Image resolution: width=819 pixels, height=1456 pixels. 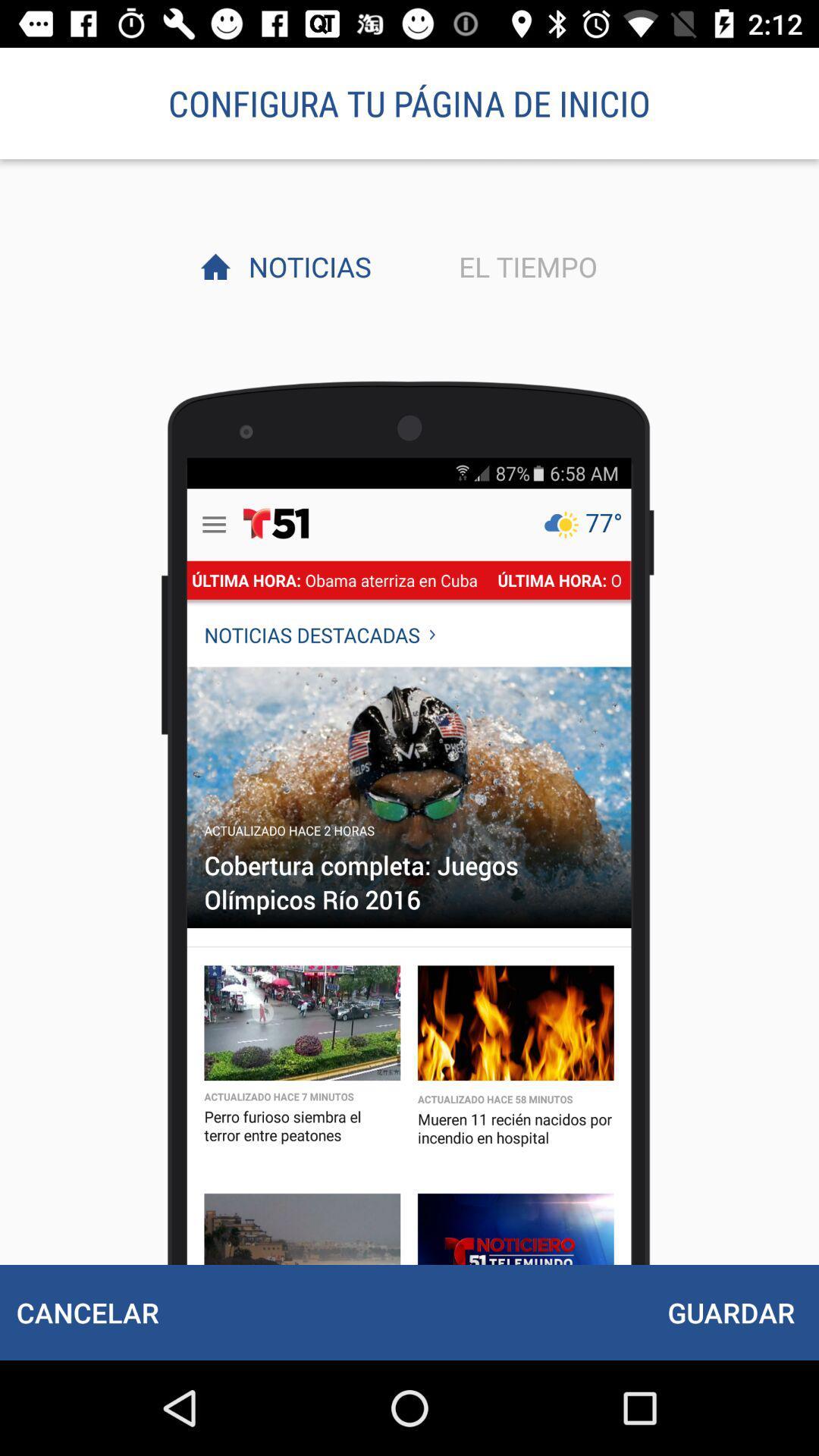 What do you see at coordinates (730, 1312) in the screenshot?
I see `the guardar item` at bounding box center [730, 1312].